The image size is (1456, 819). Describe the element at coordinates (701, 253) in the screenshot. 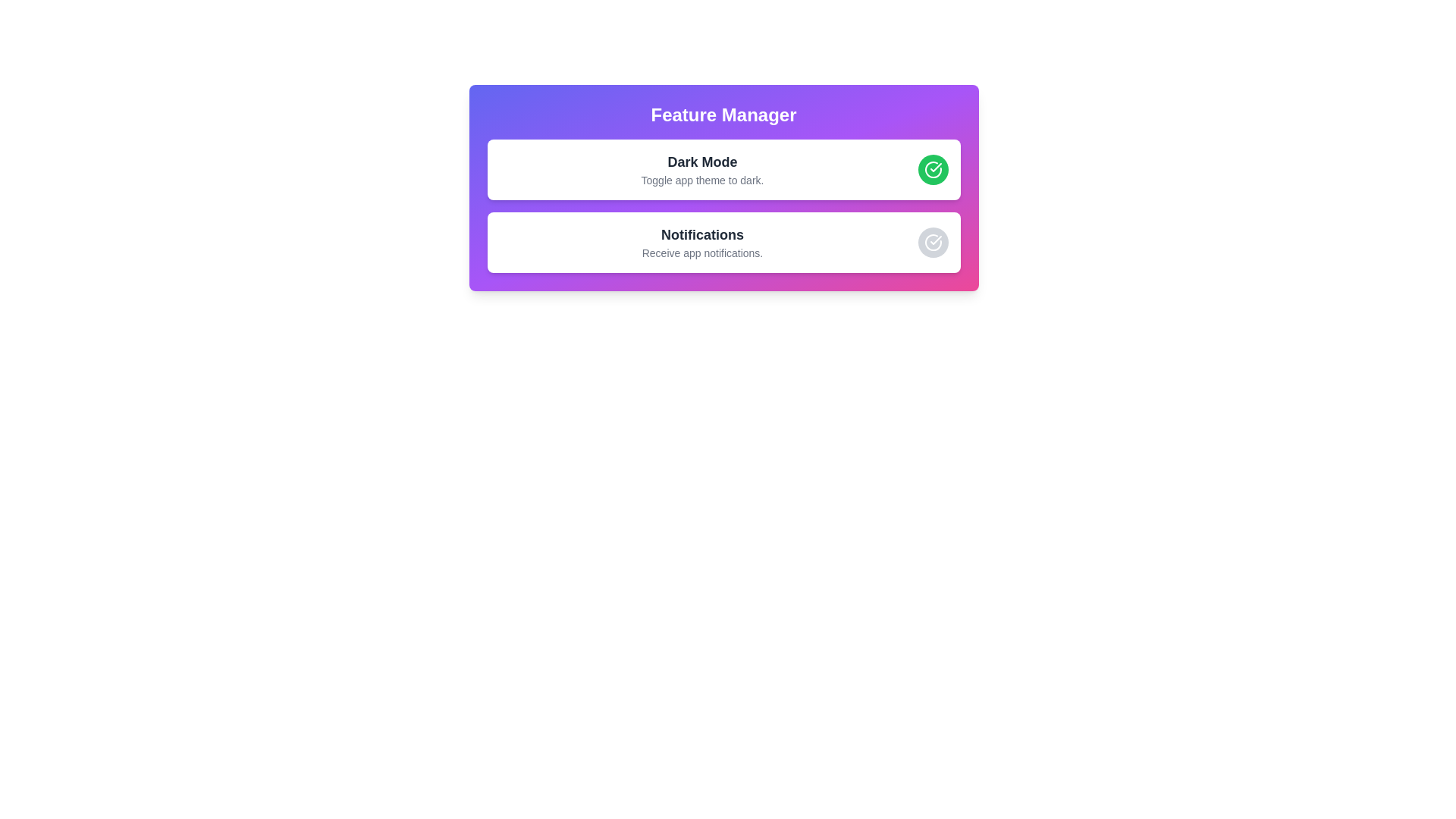

I see `the text label that says 'Receive app notifications.' which is styled in light gray and located below the title 'Notifications.'` at that location.